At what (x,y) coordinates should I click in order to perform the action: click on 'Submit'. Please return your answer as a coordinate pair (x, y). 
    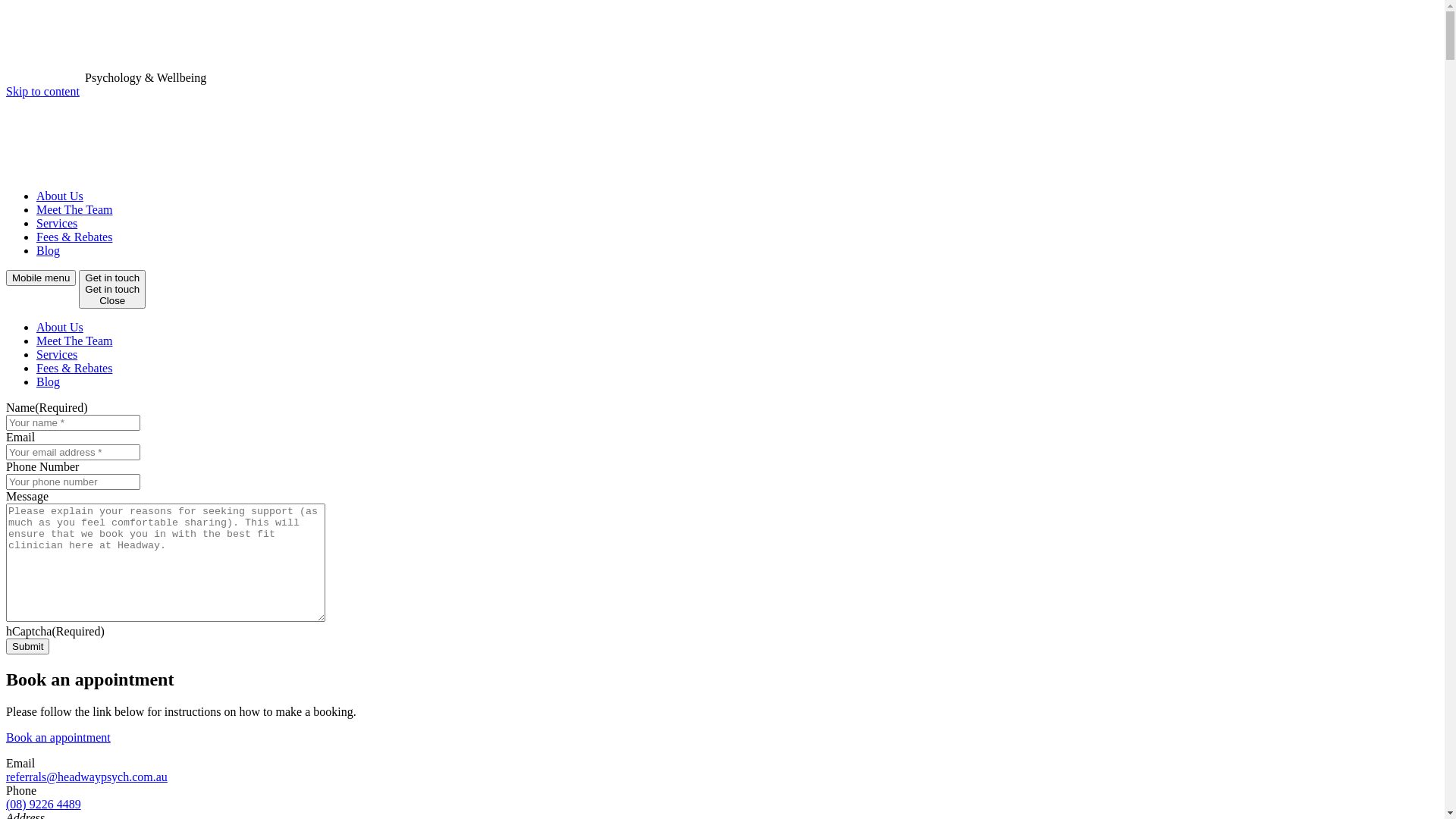
    Looking at the image, I should click on (27, 646).